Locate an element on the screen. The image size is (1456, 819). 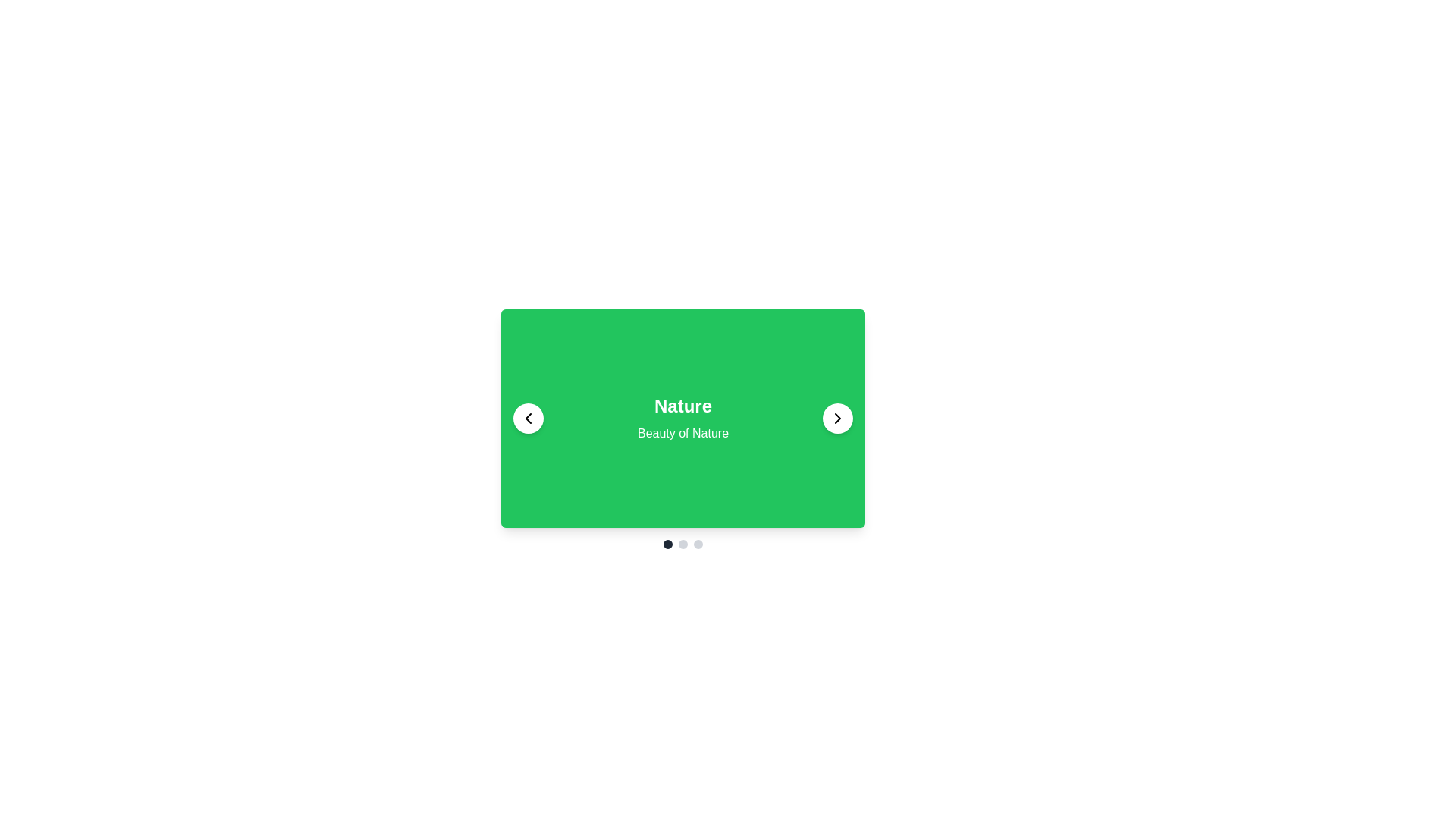
the green banner element displaying 'Nature' in bold white font and 'Beauty of Nature' below it is located at coordinates (682, 418).